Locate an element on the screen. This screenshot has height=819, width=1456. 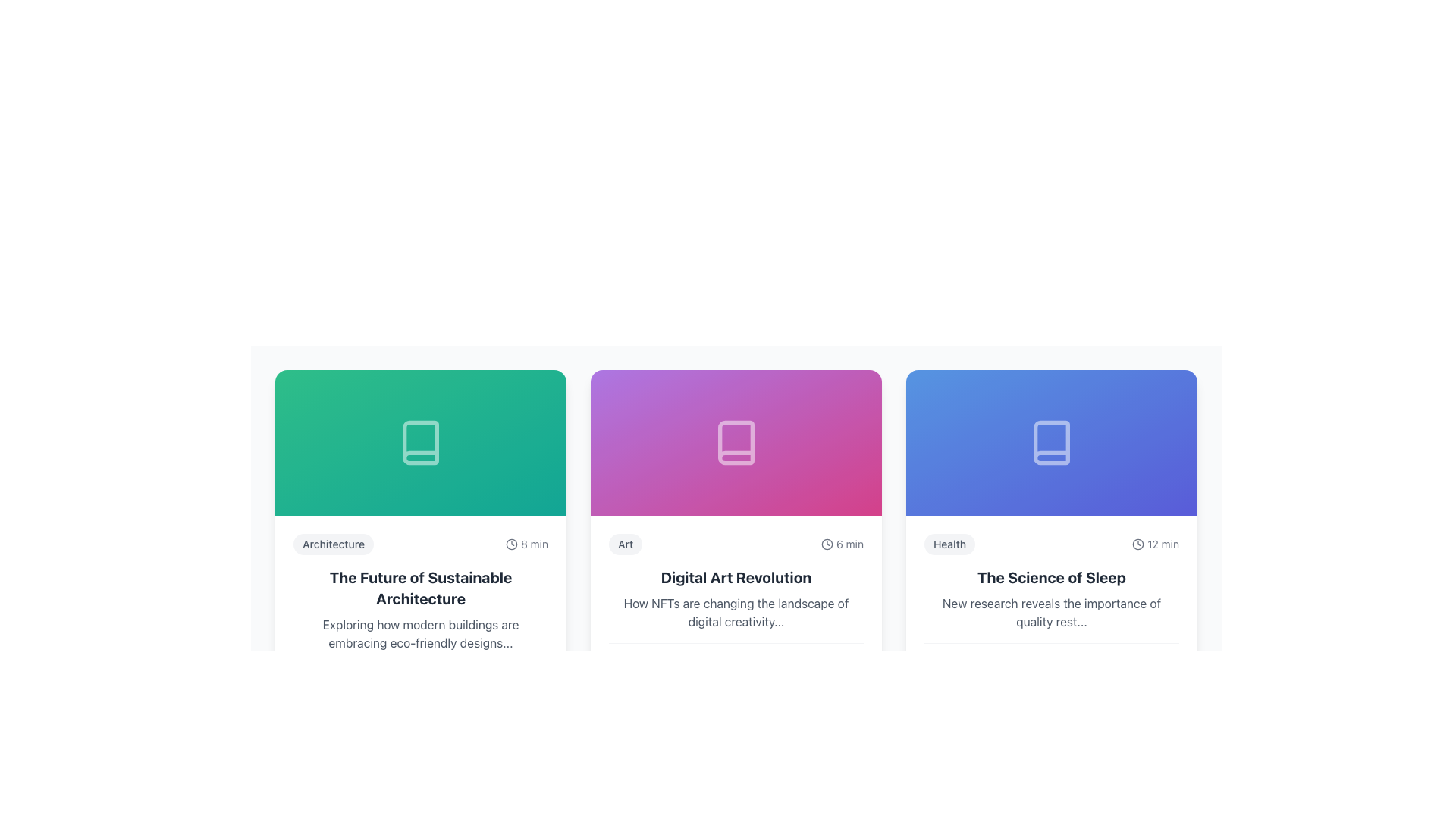
the 'Health' text label with a rounded rectangular gray background to interpret its category is located at coordinates (949, 543).